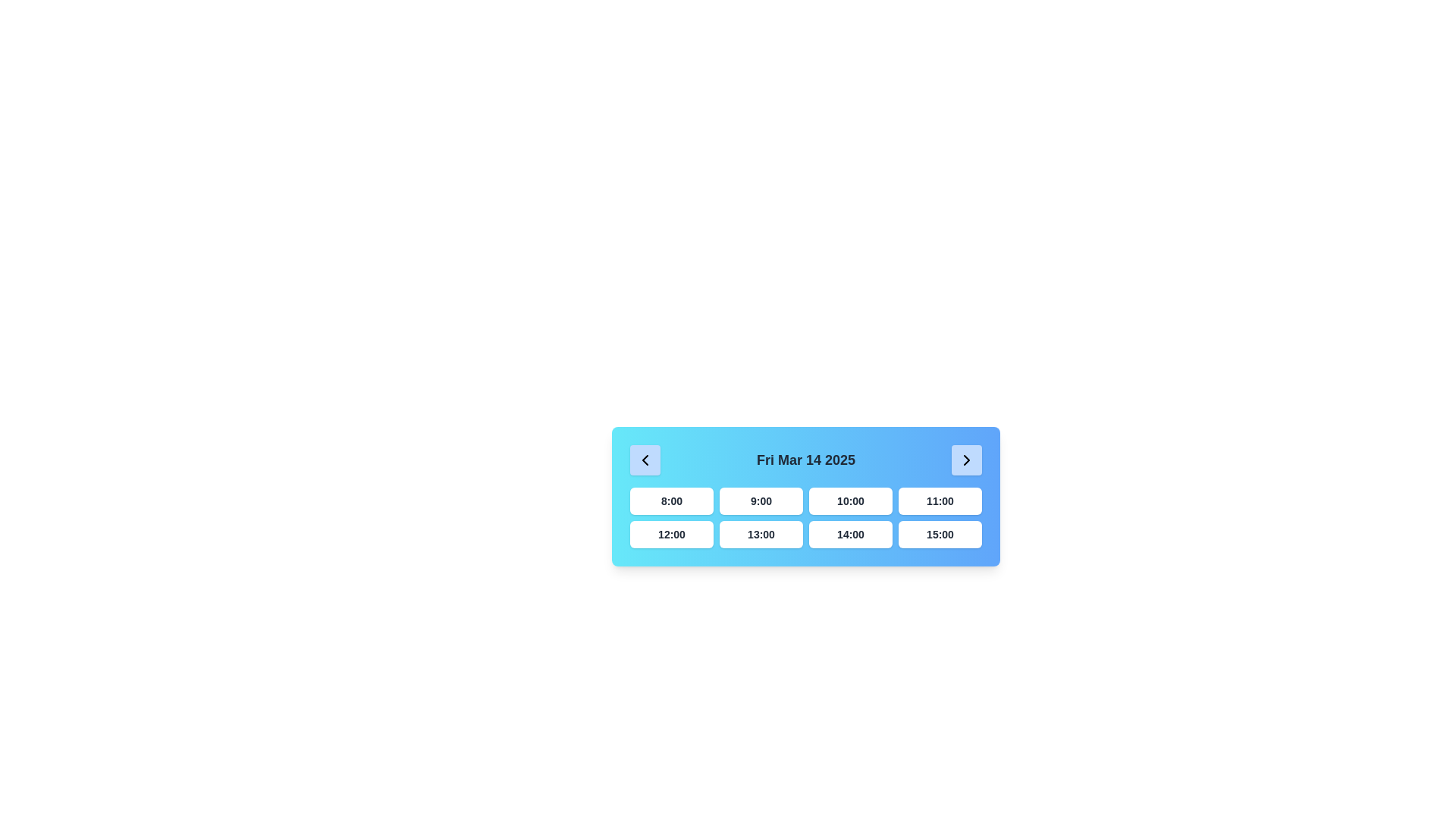 This screenshot has width=1456, height=819. I want to click on the rectangular button labeled '14:00' with a bold black font, located in the second row and third column of a 4x2 grid below the title bar 'Fri Mar 14 2025', so click(851, 534).